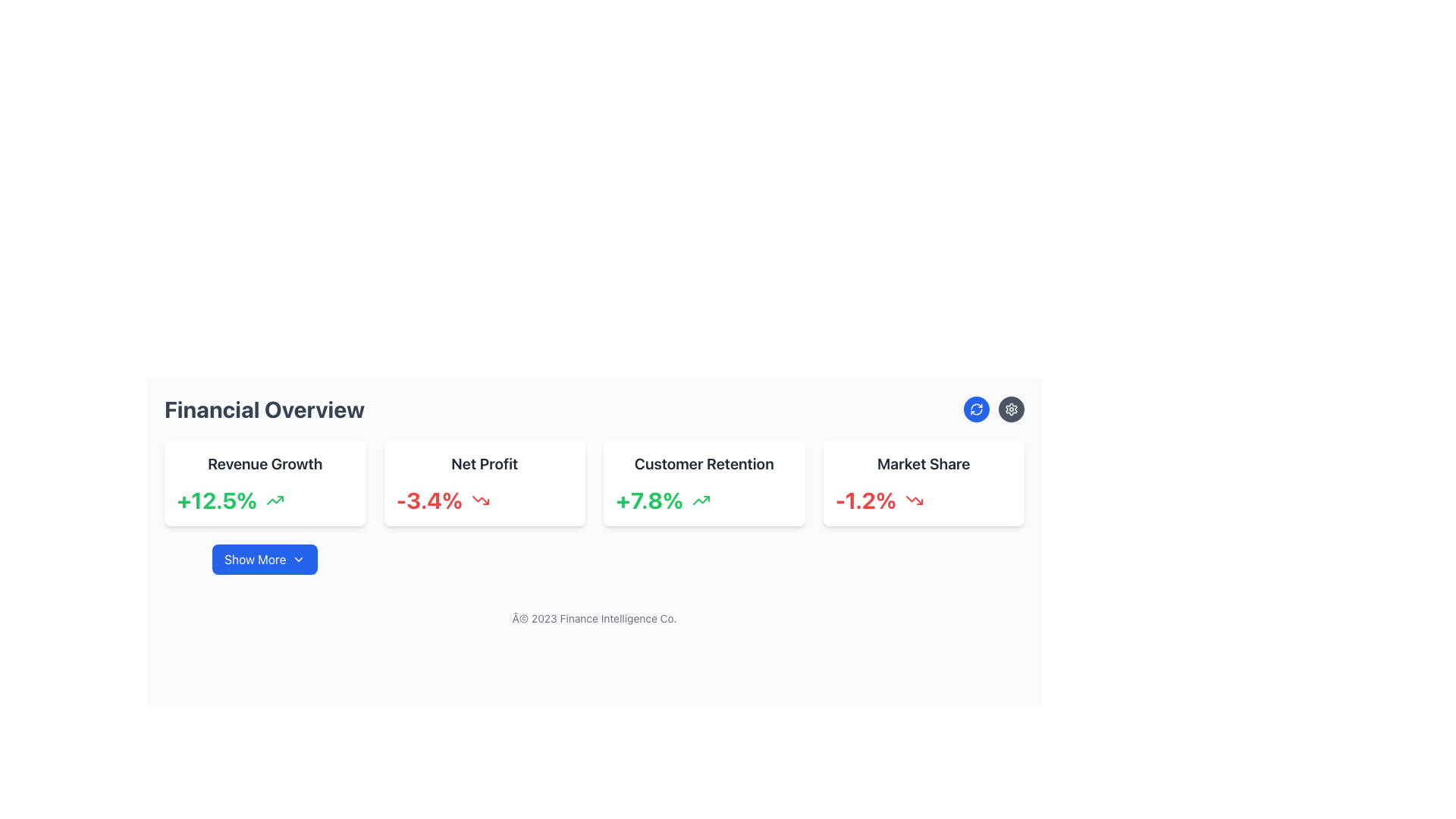 This screenshot has width=1456, height=819. What do you see at coordinates (484, 463) in the screenshot?
I see `the text label that serves as a title for the financial metric in the second card of the horizontally arranged row` at bounding box center [484, 463].